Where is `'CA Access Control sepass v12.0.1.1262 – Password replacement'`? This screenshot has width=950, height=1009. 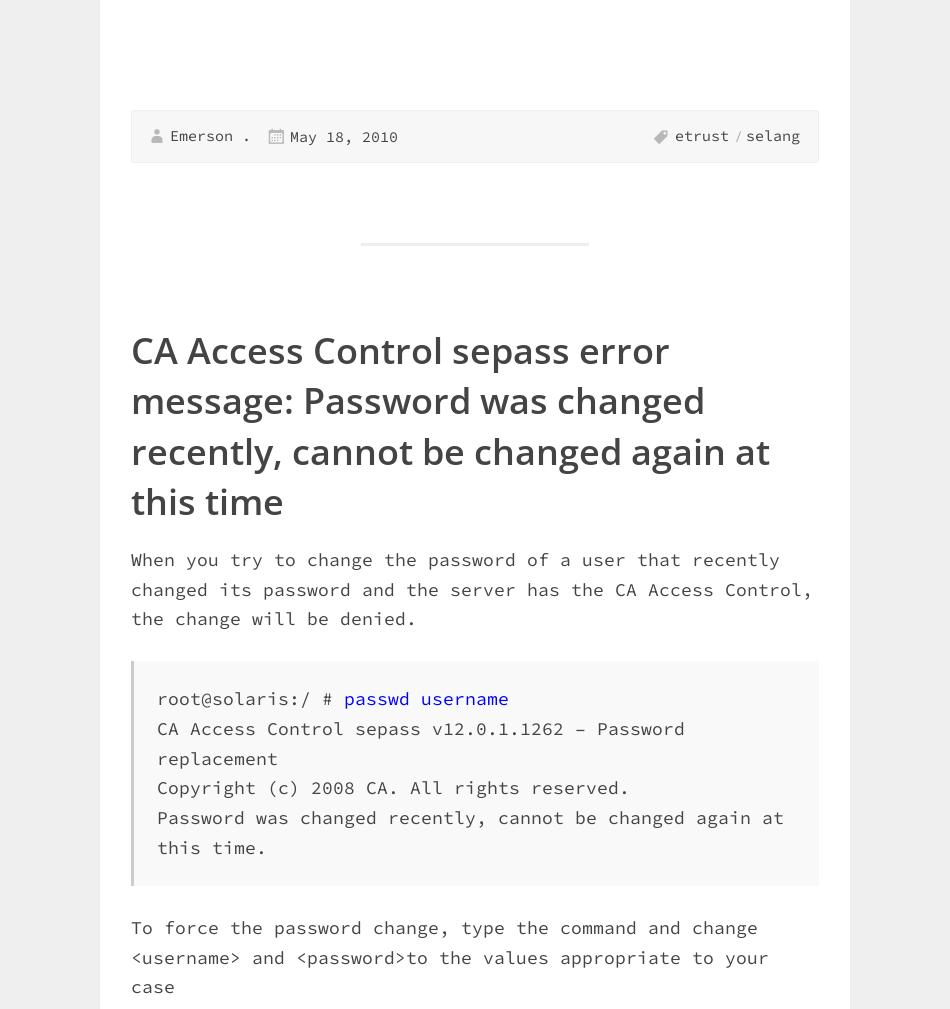 'CA Access Control sepass v12.0.1.1262 – Password replacement' is located at coordinates (420, 743).